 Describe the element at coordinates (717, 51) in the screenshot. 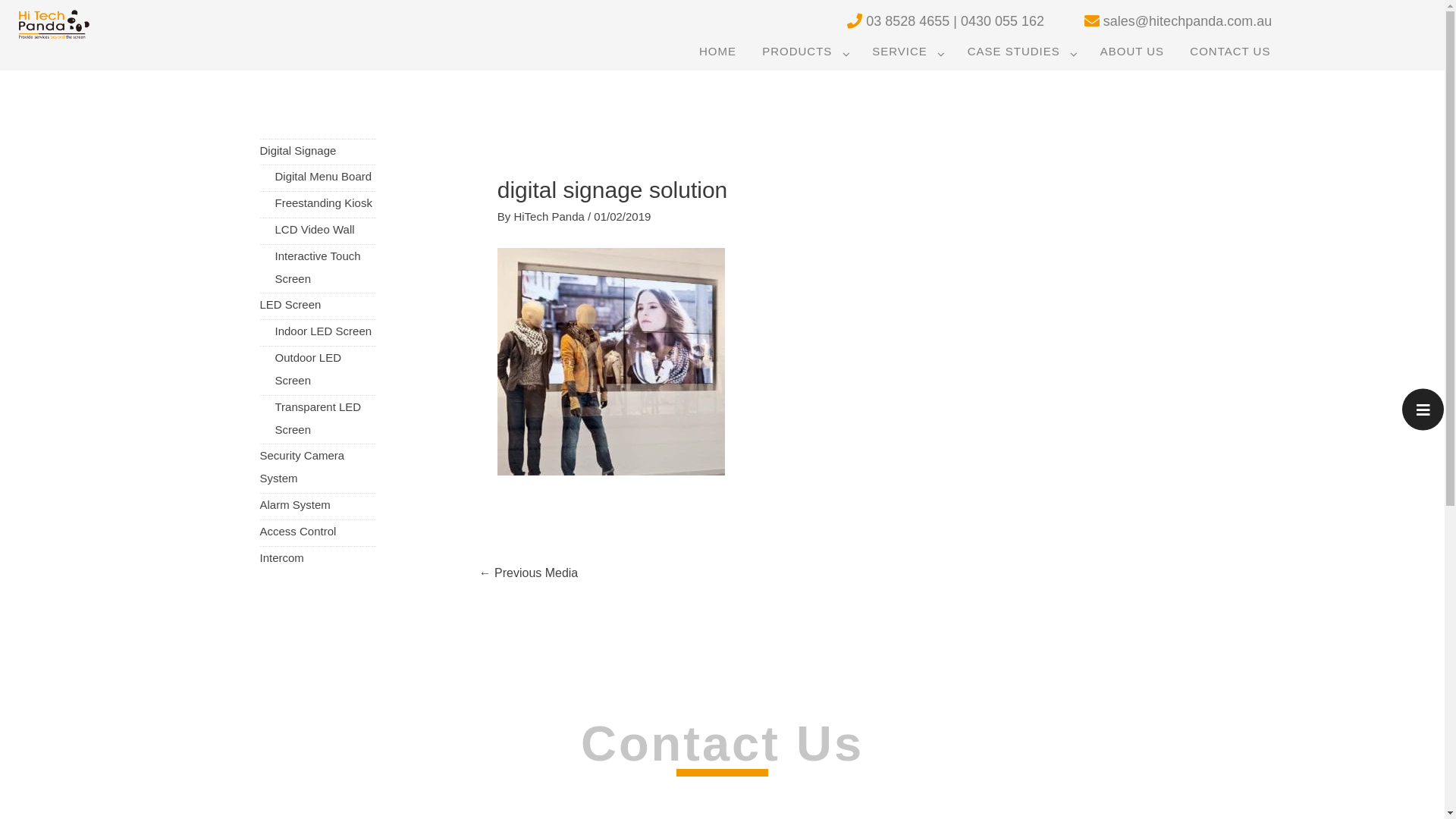

I see `'HOME'` at that location.